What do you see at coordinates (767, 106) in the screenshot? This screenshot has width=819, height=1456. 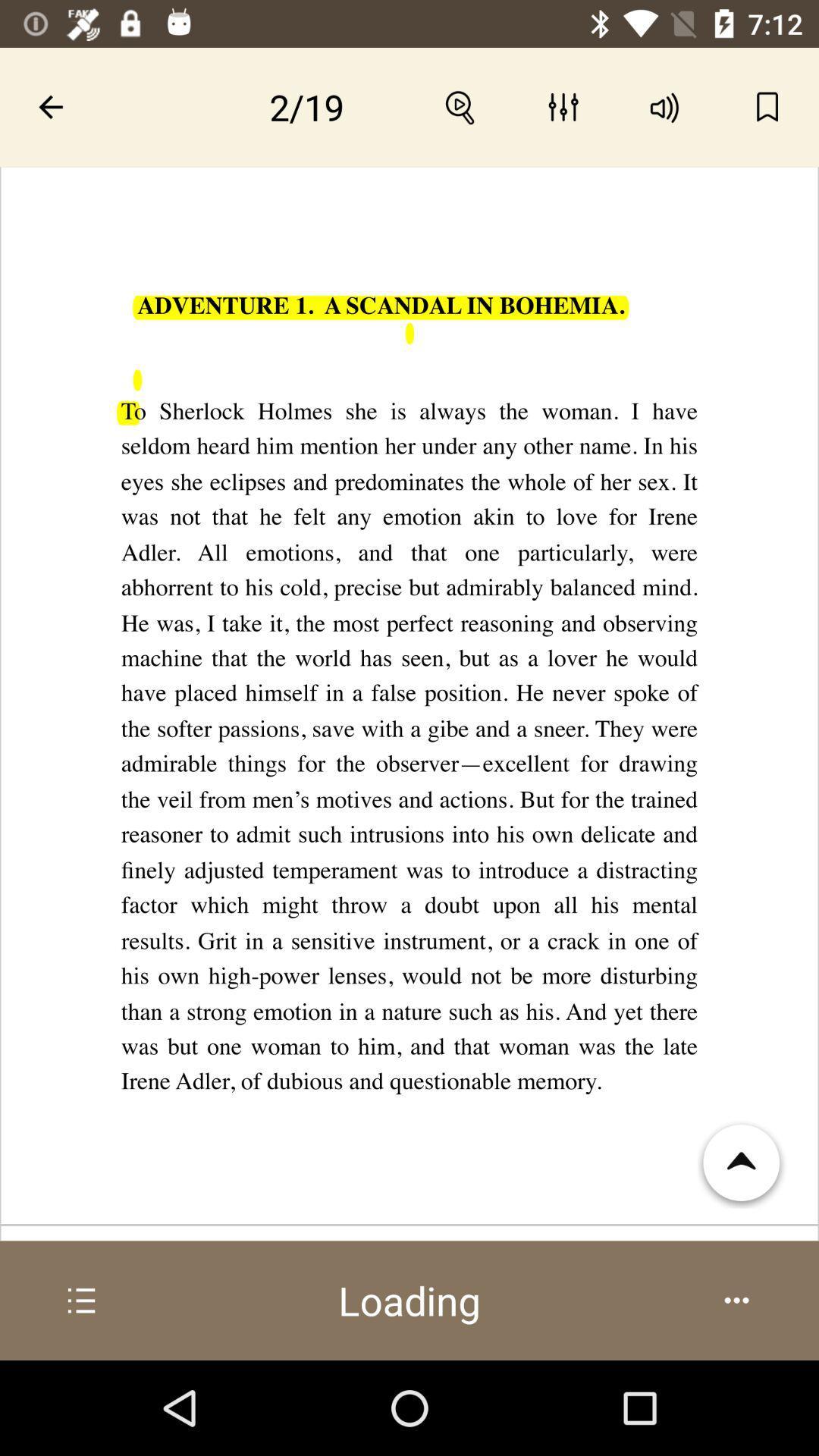 I see `bookmark` at bounding box center [767, 106].